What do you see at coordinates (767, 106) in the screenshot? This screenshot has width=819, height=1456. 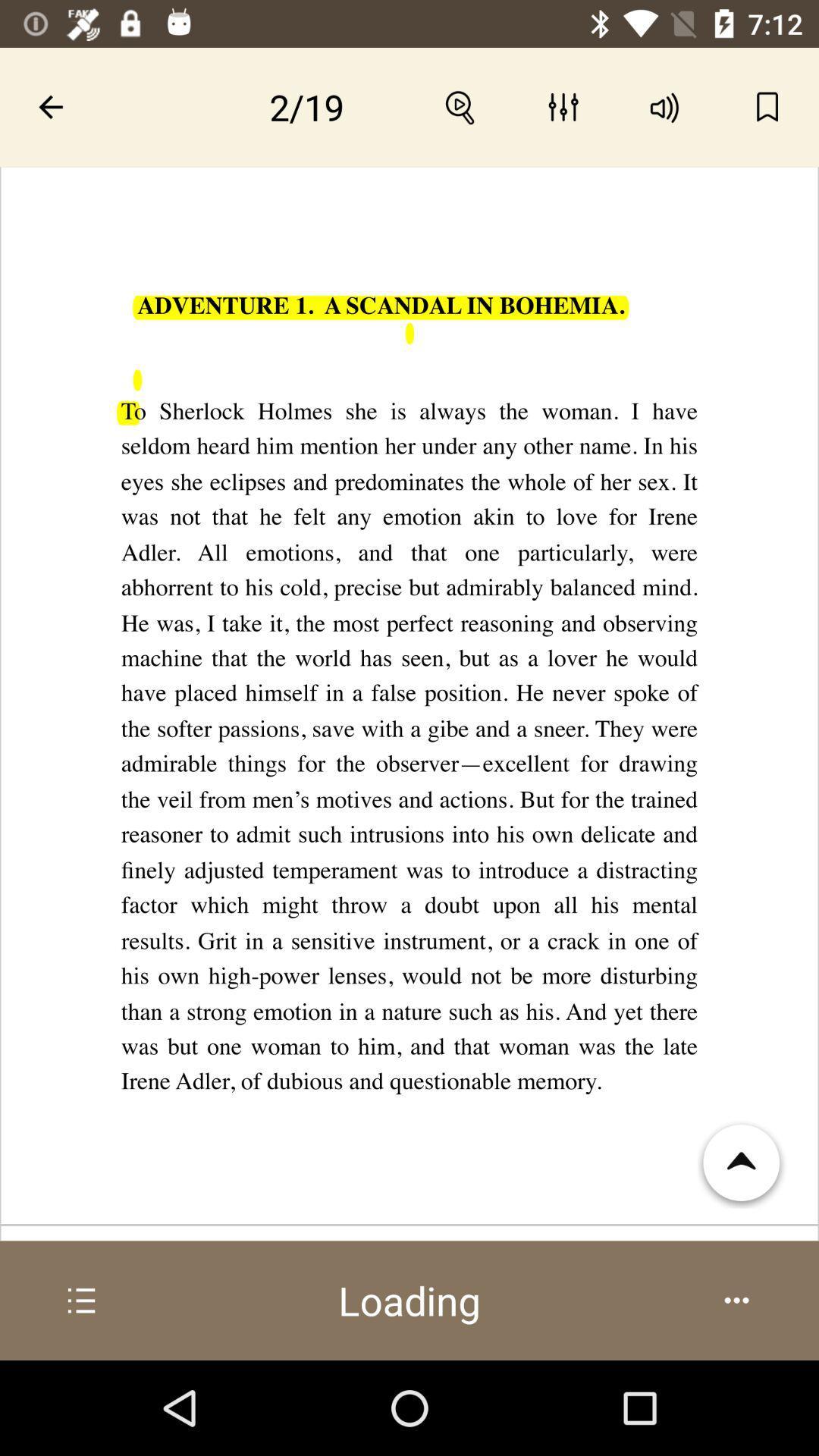 I see `bookmark` at bounding box center [767, 106].